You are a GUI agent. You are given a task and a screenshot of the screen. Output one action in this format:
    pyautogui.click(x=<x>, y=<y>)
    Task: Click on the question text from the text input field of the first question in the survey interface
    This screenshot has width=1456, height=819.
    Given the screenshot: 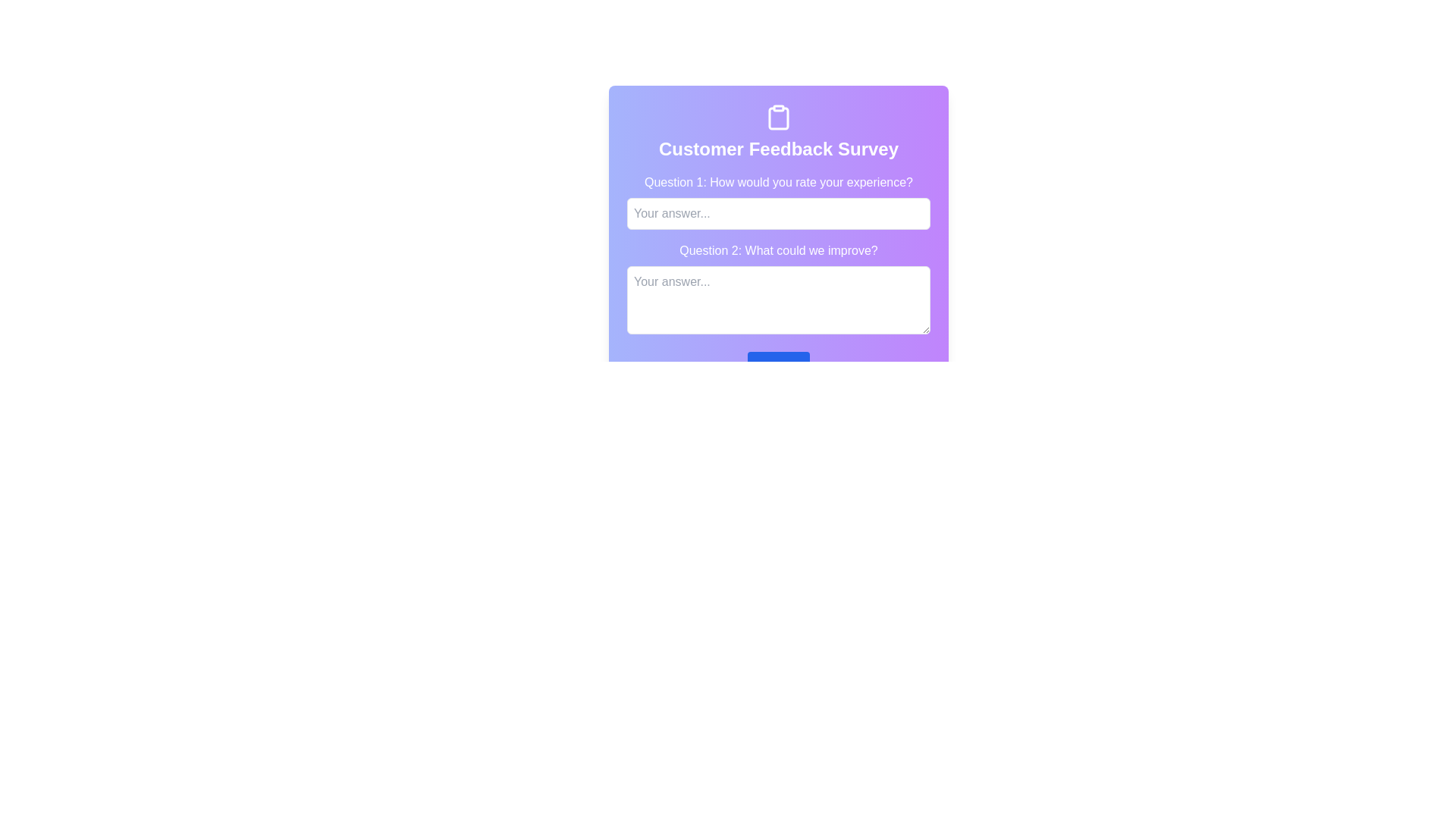 What is the action you would take?
    pyautogui.click(x=779, y=201)
    